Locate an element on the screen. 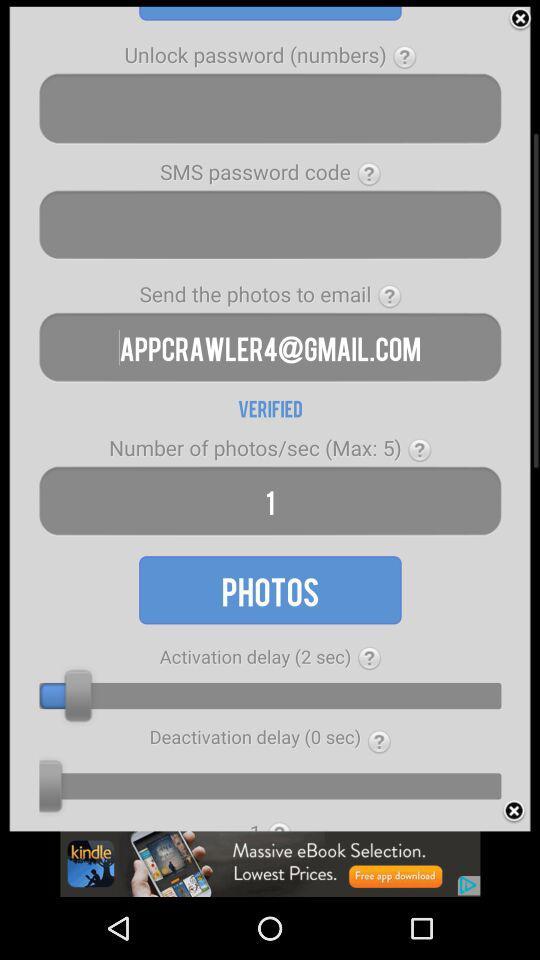  text box for password is located at coordinates (270, 108).